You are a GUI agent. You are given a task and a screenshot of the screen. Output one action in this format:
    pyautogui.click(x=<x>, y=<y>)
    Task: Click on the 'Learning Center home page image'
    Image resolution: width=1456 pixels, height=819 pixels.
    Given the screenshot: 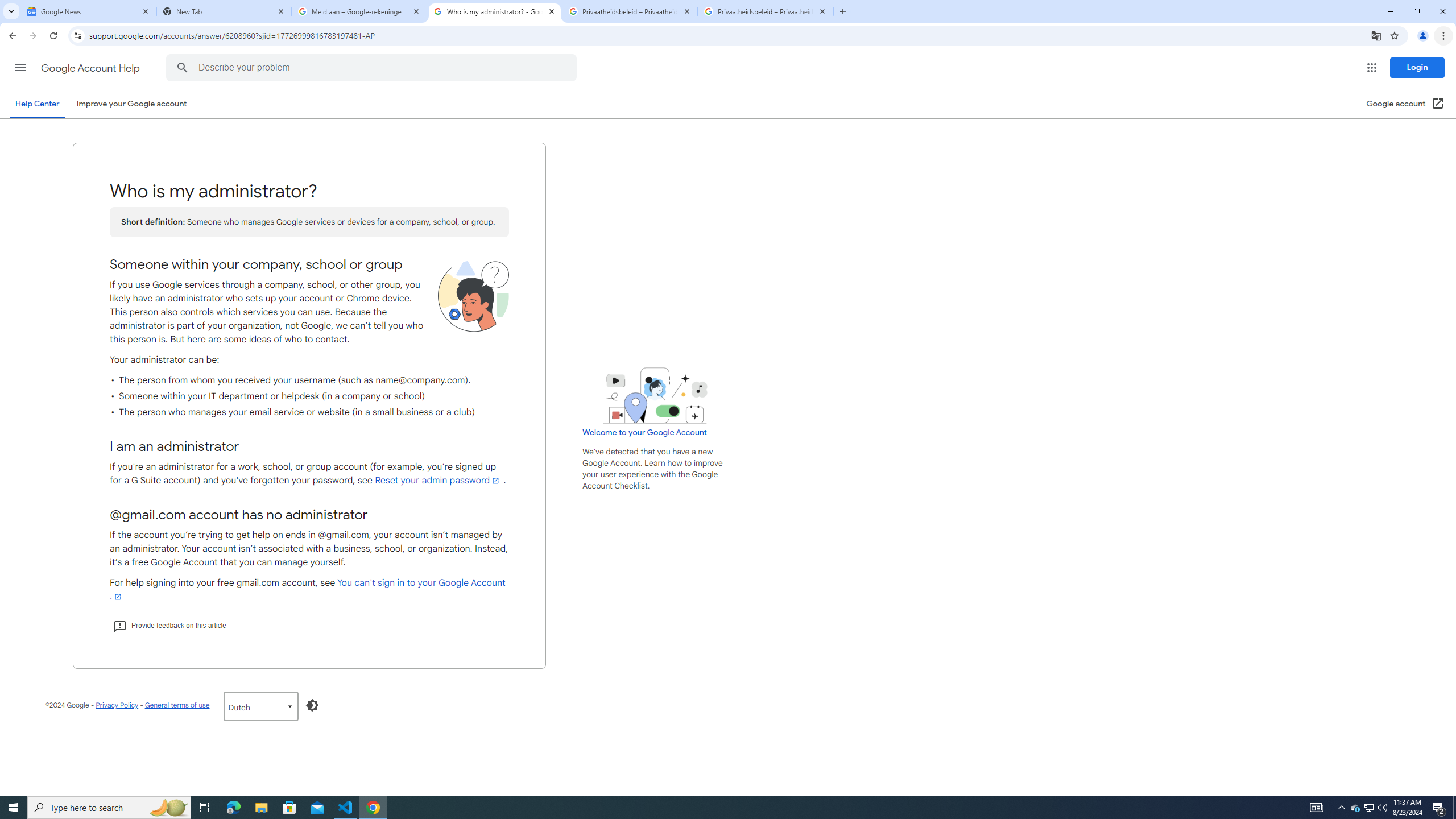 What is the action you would take?
    pyautogui.click(x=655, y=395)
    